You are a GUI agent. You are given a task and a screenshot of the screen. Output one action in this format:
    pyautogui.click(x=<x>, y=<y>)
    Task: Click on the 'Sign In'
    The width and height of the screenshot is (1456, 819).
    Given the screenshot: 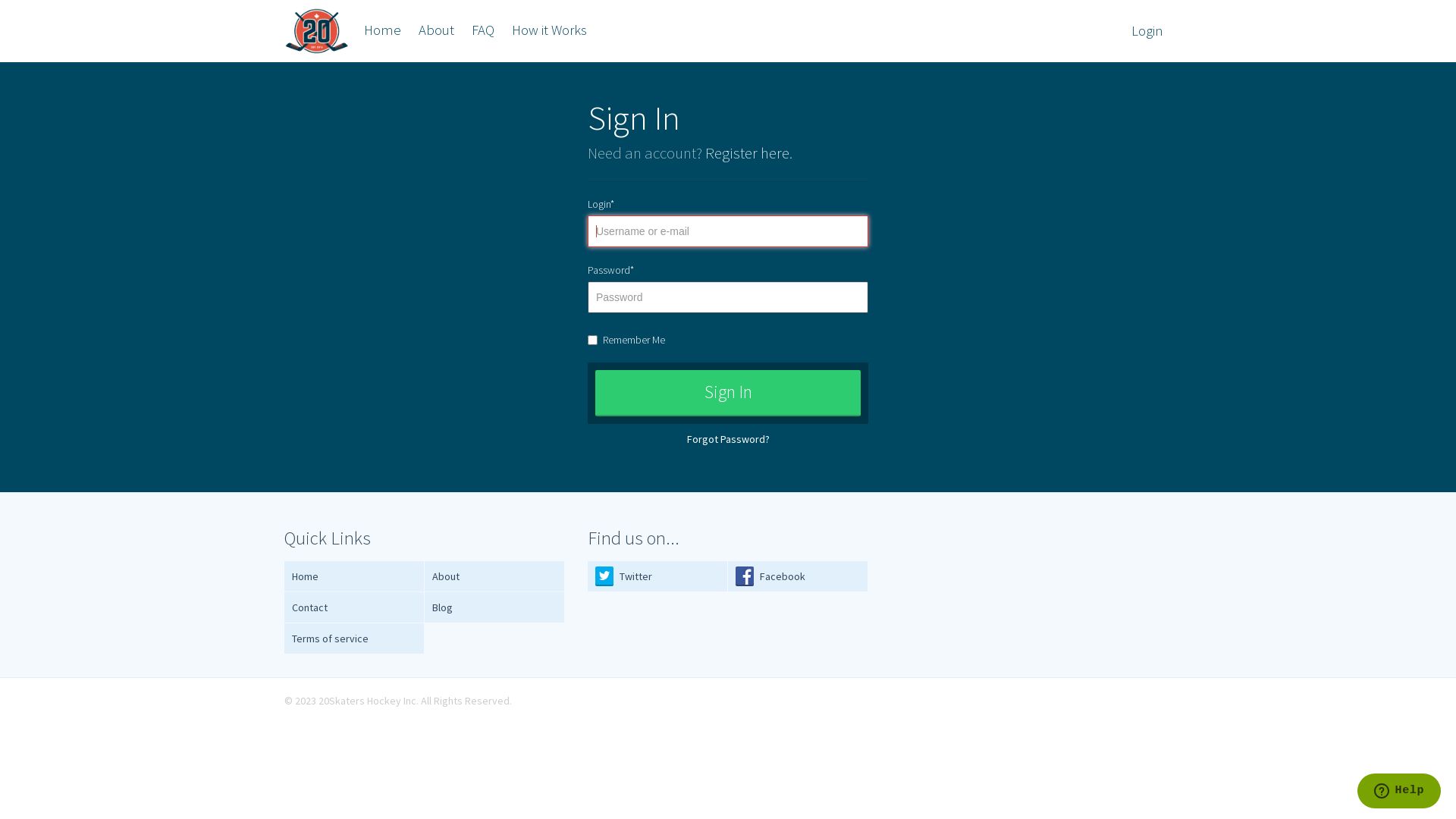 What is the action you would take?
    pyautogui.click(x=728, y=392)
    